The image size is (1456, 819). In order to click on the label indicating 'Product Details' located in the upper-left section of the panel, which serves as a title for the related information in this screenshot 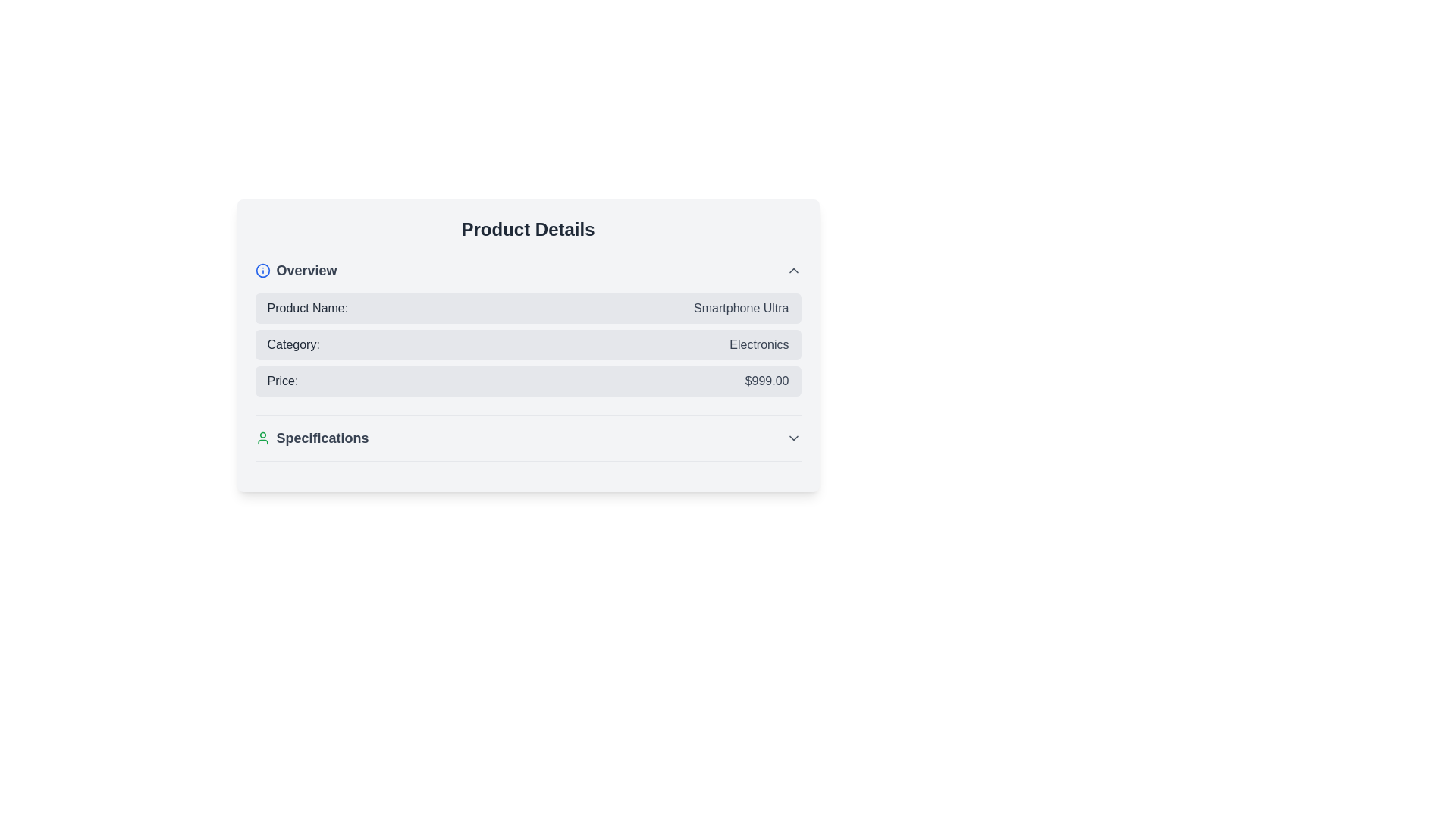, I will do `click(296, 270)`.